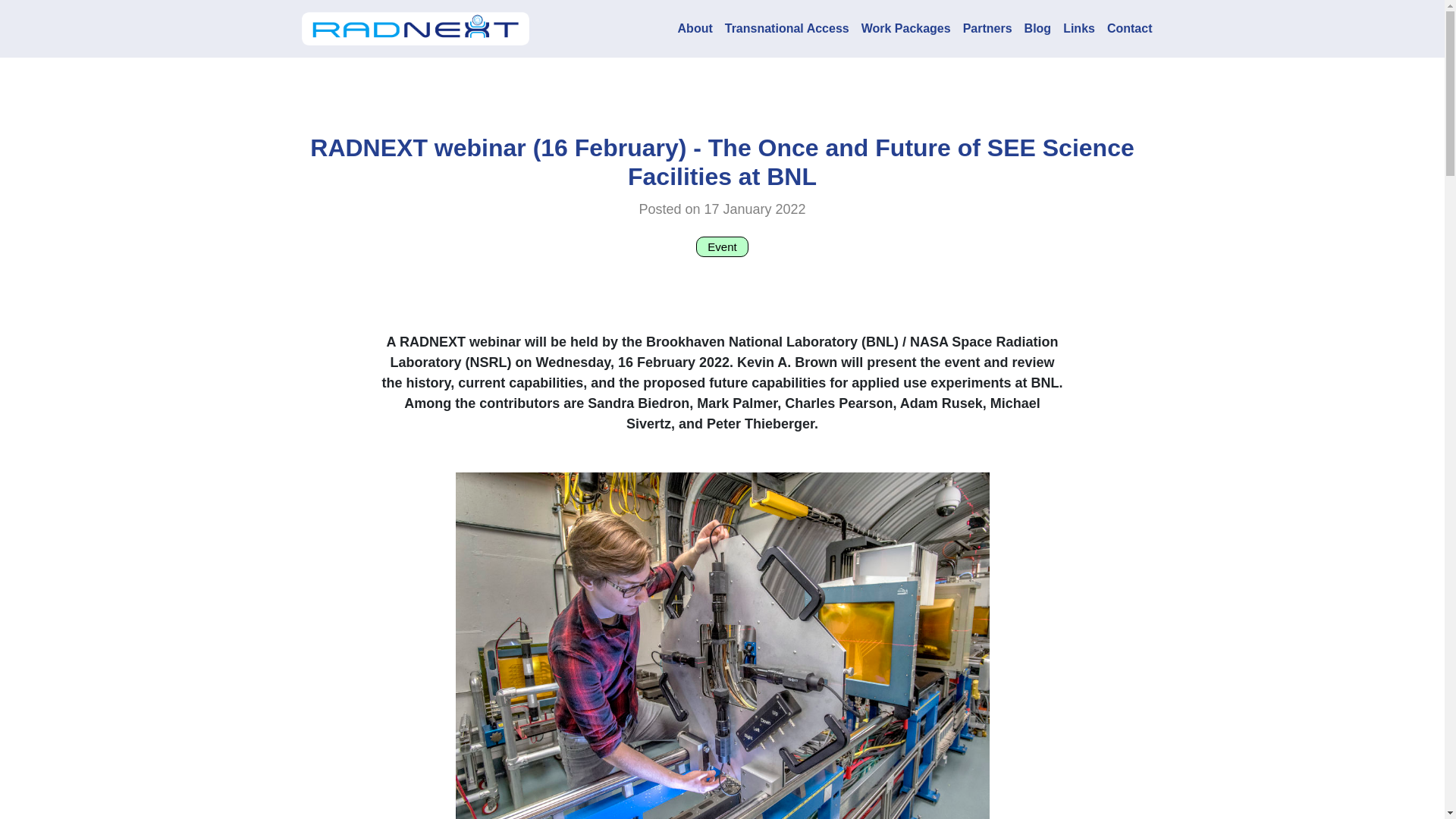 The height and width of the screenshot is (819, 1456). Describe the element at coordinates (786, 29) in the screenshot. I see `'Transnational Access'` at that location.